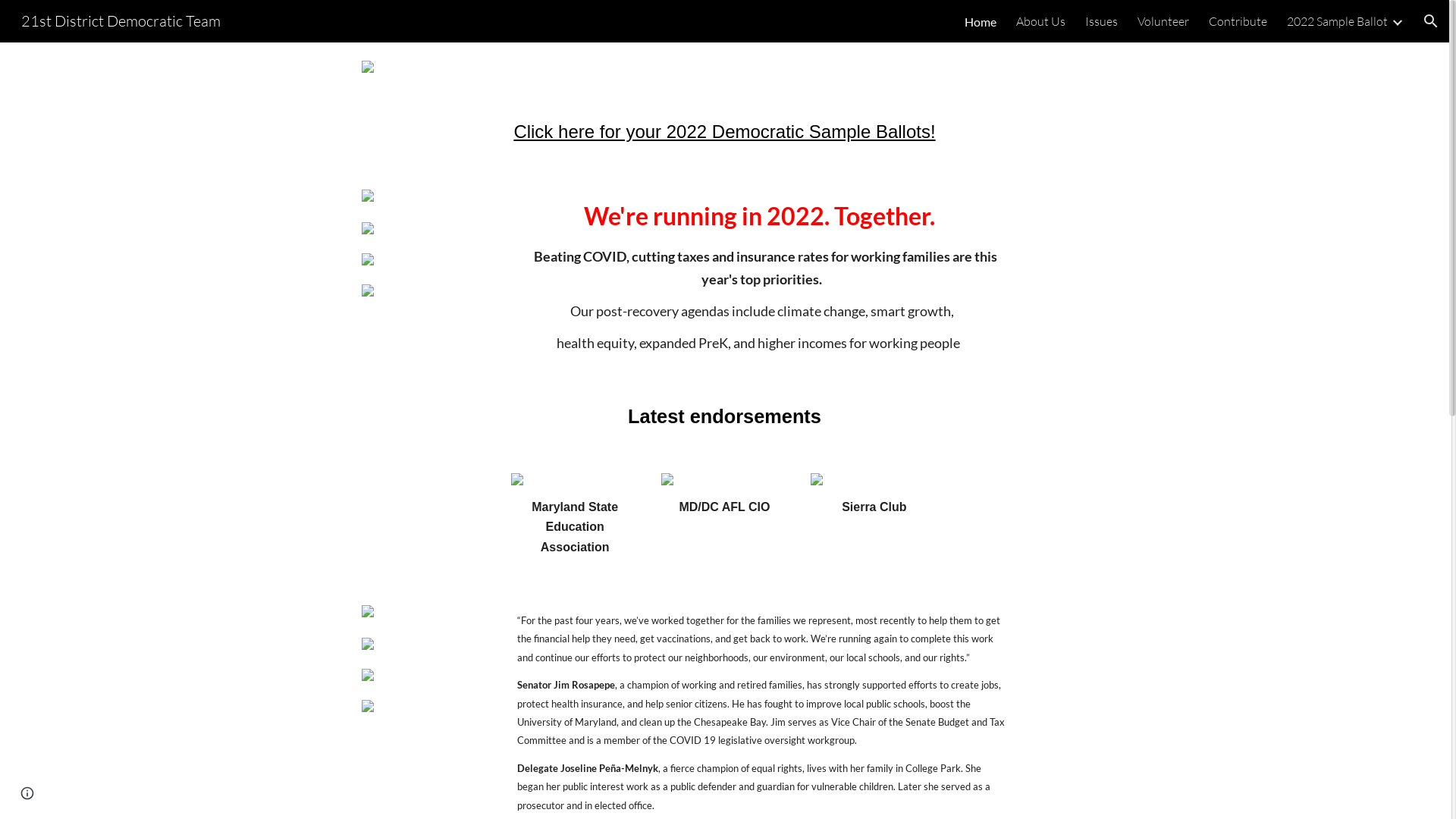 This screenshot has height=819, width=1456. Describe the element at coordinates (1238, 20) in the screenshot. I see `'Contribute'` at that location.